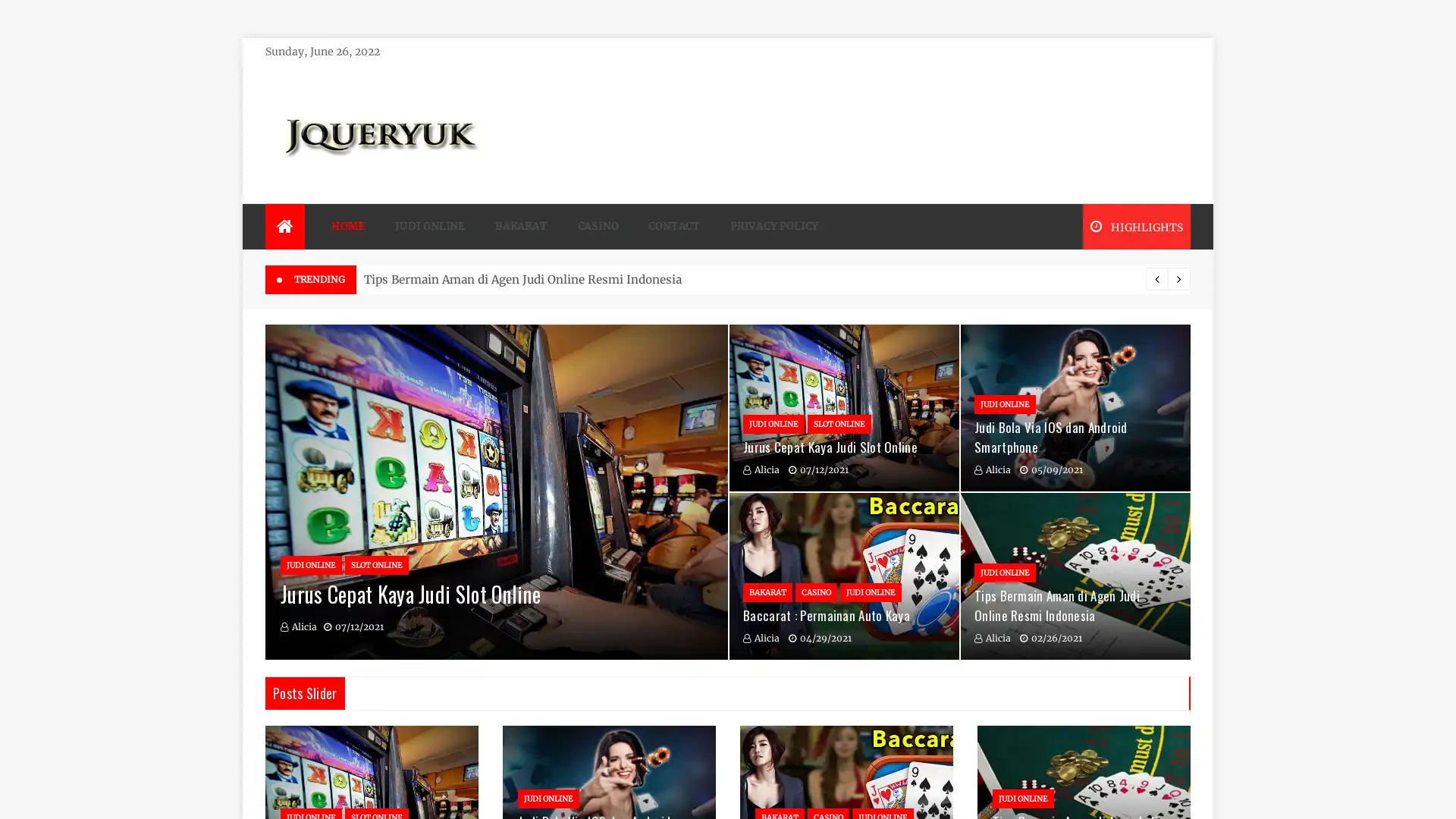 This screenshot has width=1456, height=819. I want to click on HIGHLIGHTS, so click(1135, 227).